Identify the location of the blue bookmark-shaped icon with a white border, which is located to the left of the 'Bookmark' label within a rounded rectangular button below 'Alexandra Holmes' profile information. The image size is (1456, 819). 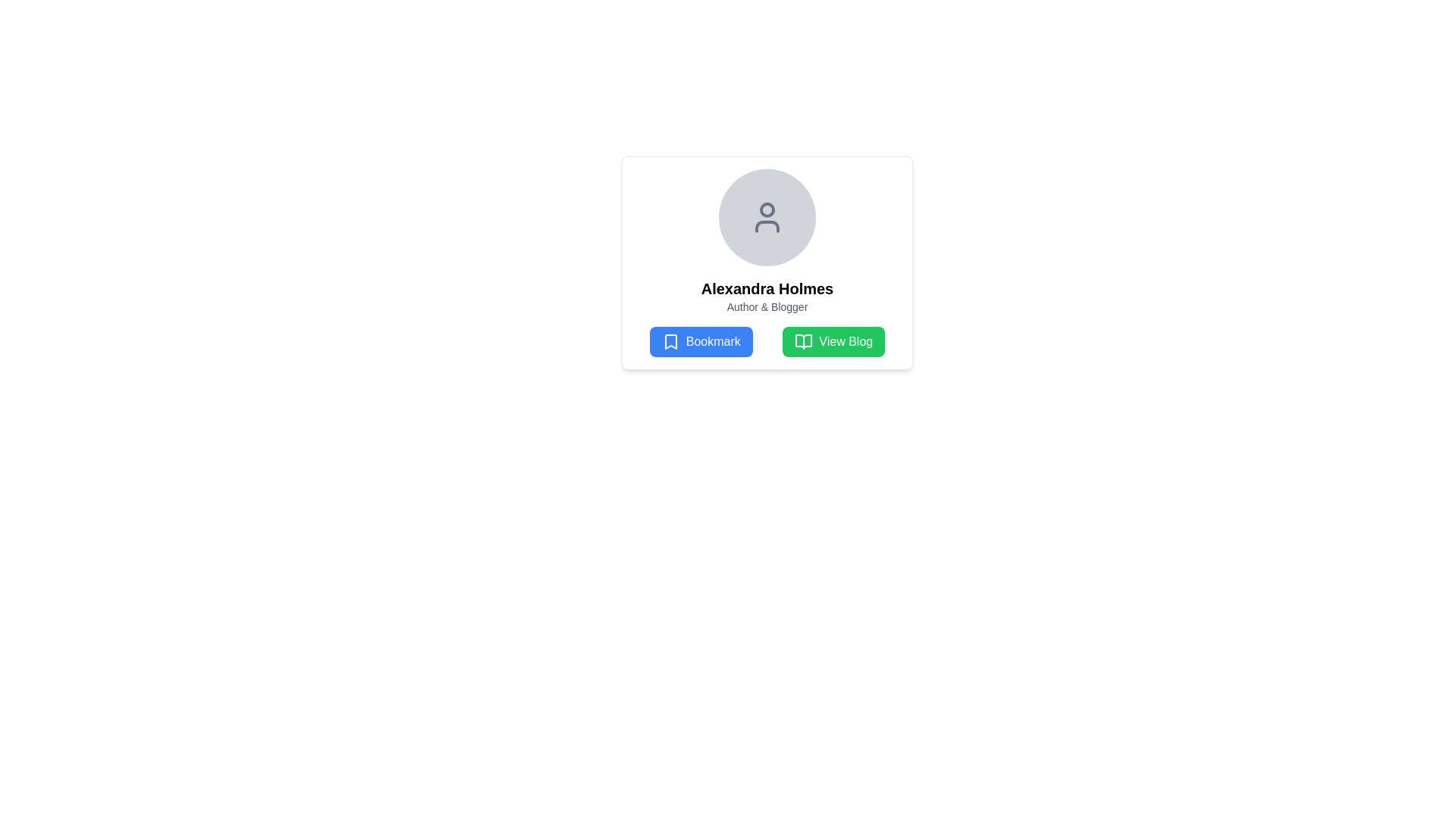
(670, 342).